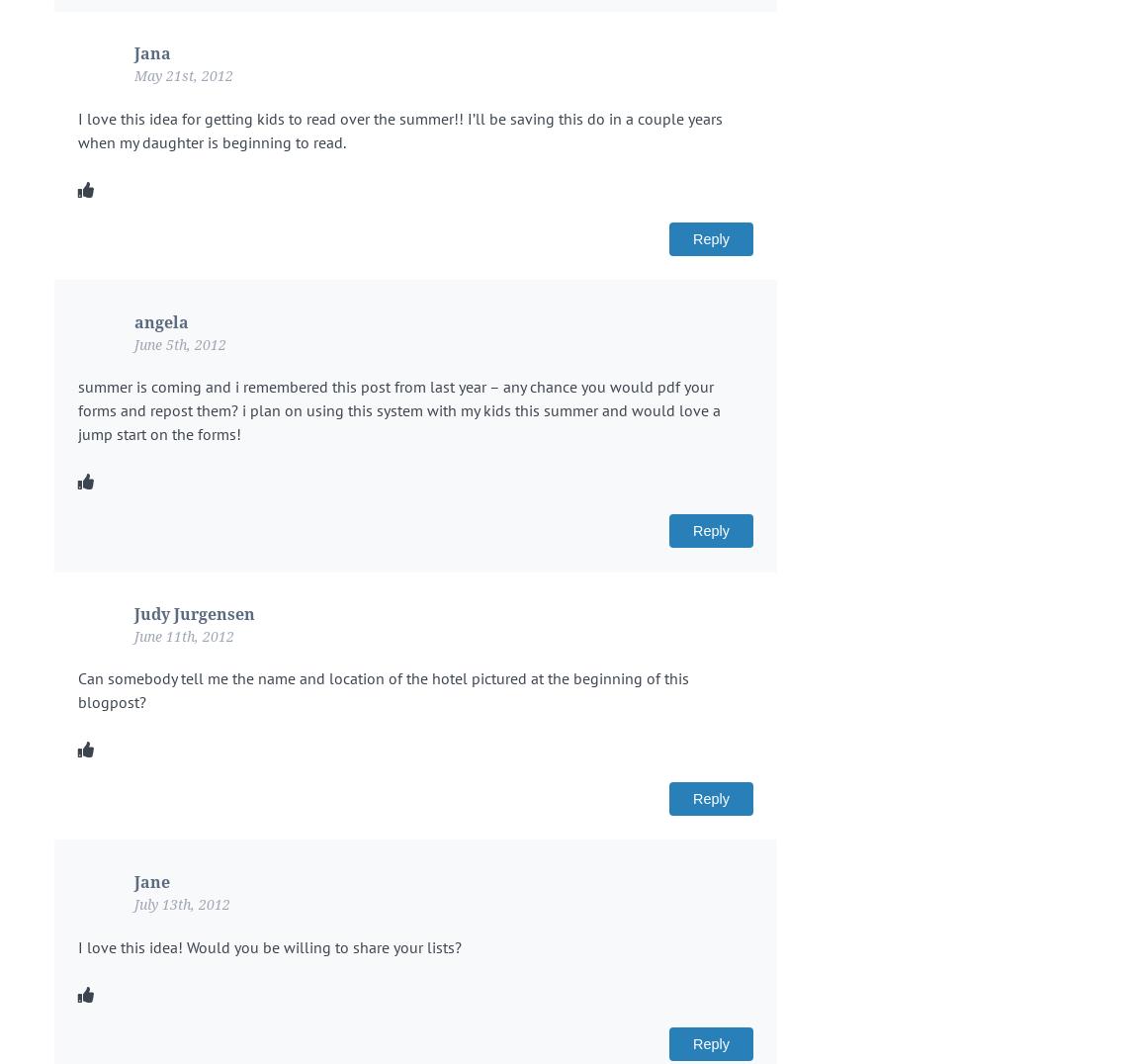  Describe the element at coordinates (398, 410) in the screenshot. I see `'summer is coming and i remembered this post from last year – any chance you would pdf your forms and repost them?  i plan on using this system with my kids this summer and would love a jump start on the forms!'` at that location.